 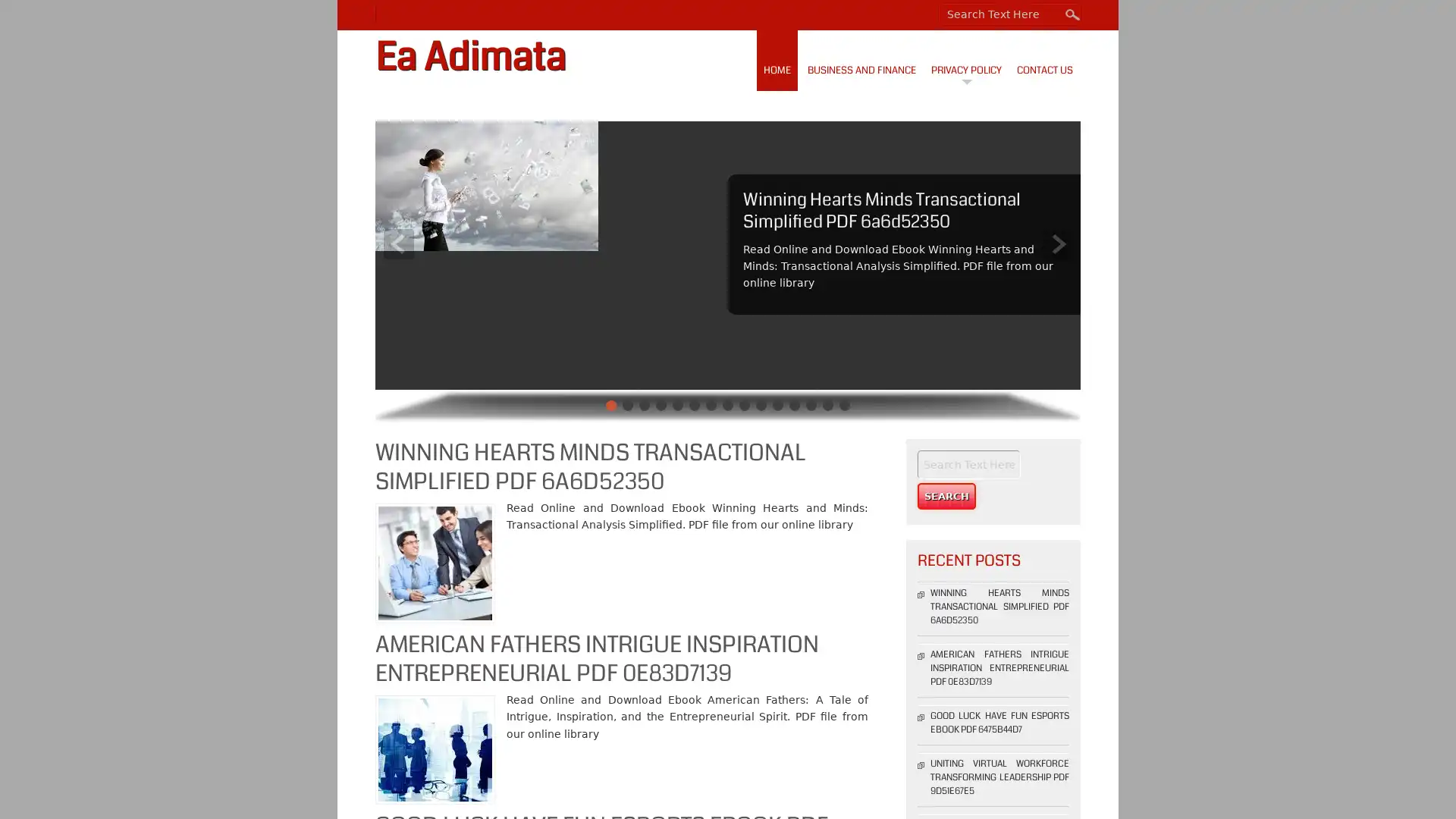 I want to click on Search, so click(x=946, y=496).